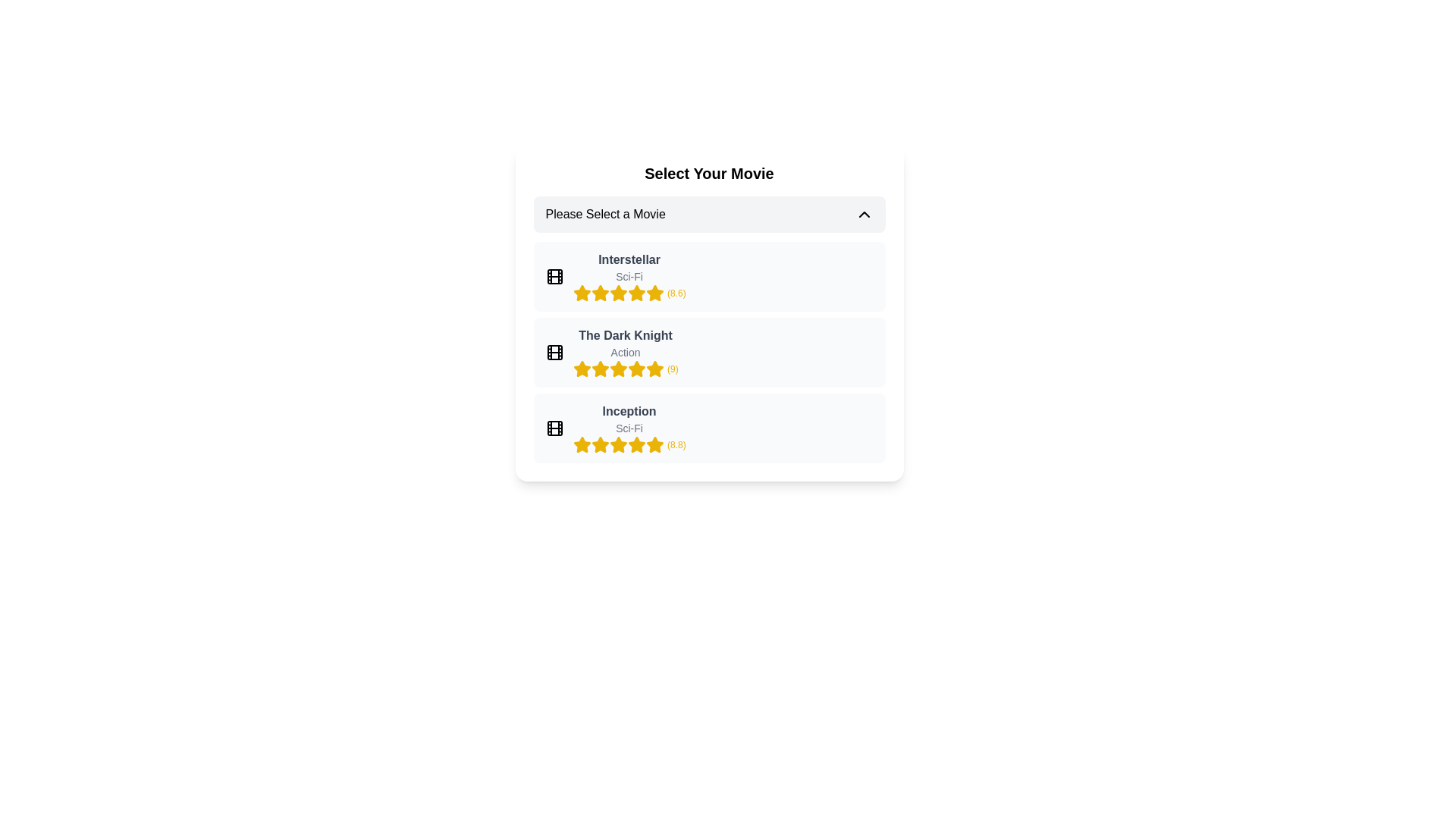 Image resolution: width=1456 pixels, height=819 pixels. What do you see at coordinates (618, 293) in the screenshot?
I see `the third star-shaped rating graphic filled with yellow color to register a rating under the movie 'Interstellar'` at bounding box center [618, 293].